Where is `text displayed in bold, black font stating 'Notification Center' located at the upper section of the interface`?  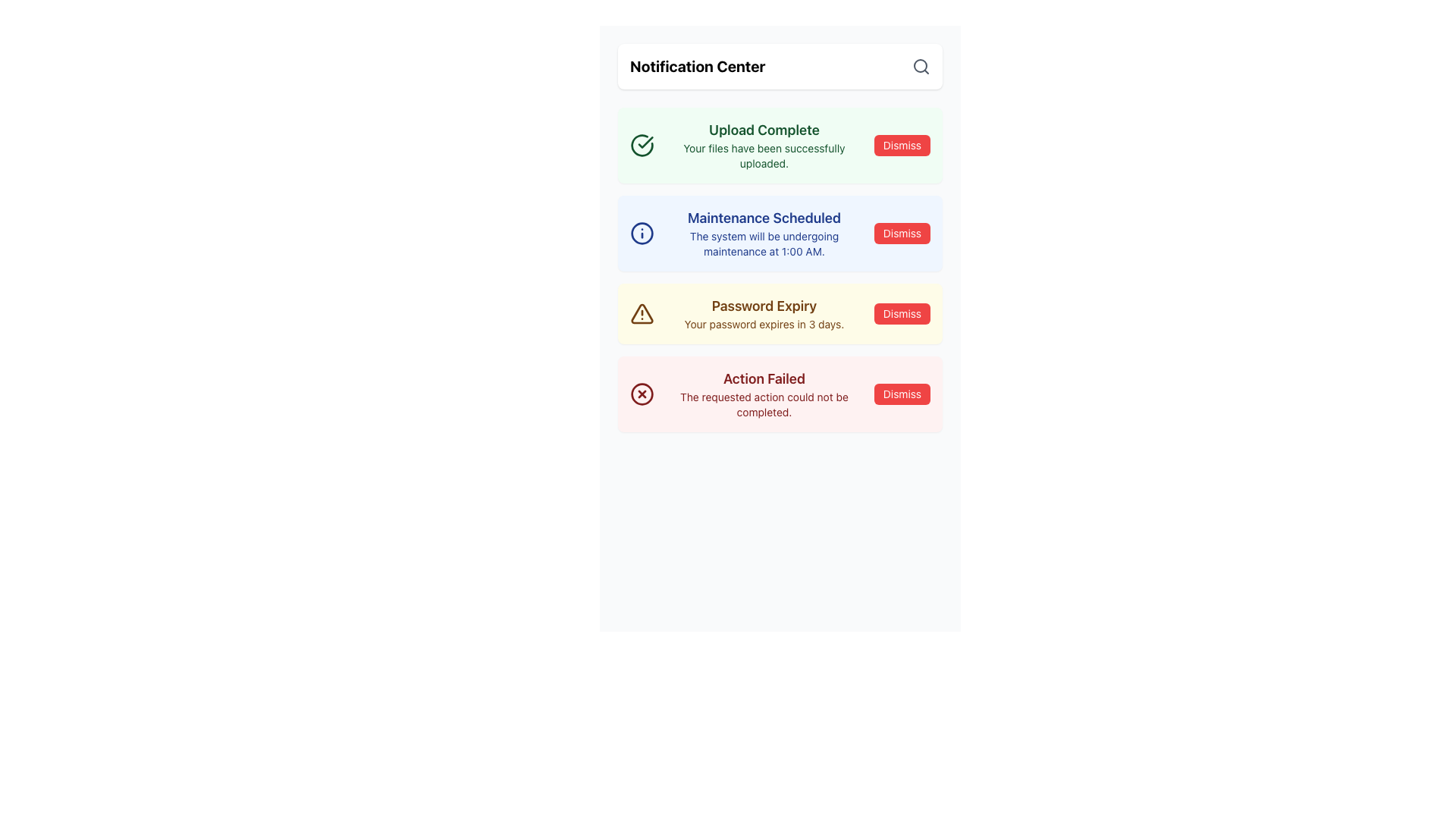 text displayed in bold, black font stating 'Notification Center' located at the upper section of the interface is located at coordinates (697, 66).